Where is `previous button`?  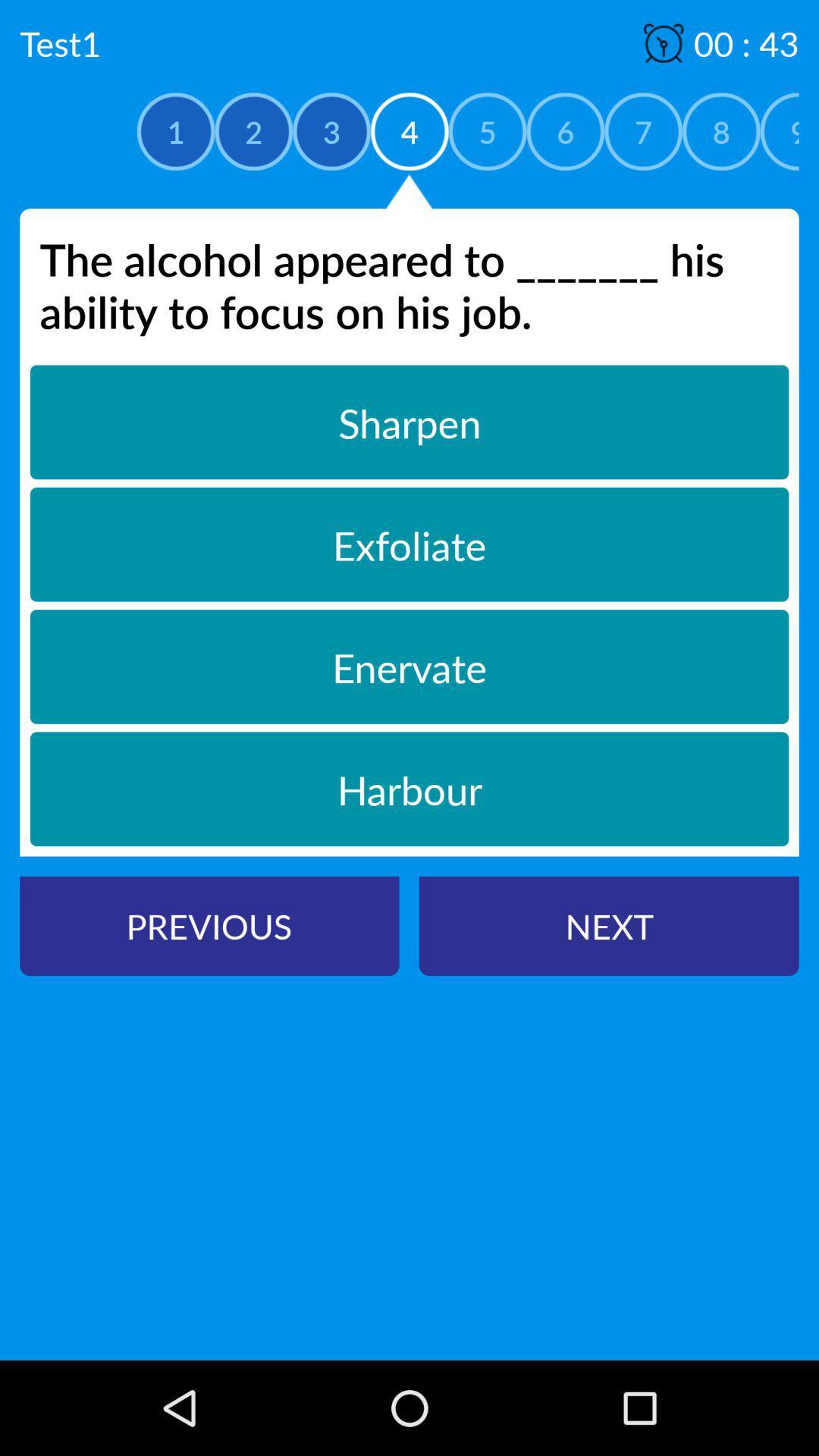
previous button is located at coordinates (209, 925).